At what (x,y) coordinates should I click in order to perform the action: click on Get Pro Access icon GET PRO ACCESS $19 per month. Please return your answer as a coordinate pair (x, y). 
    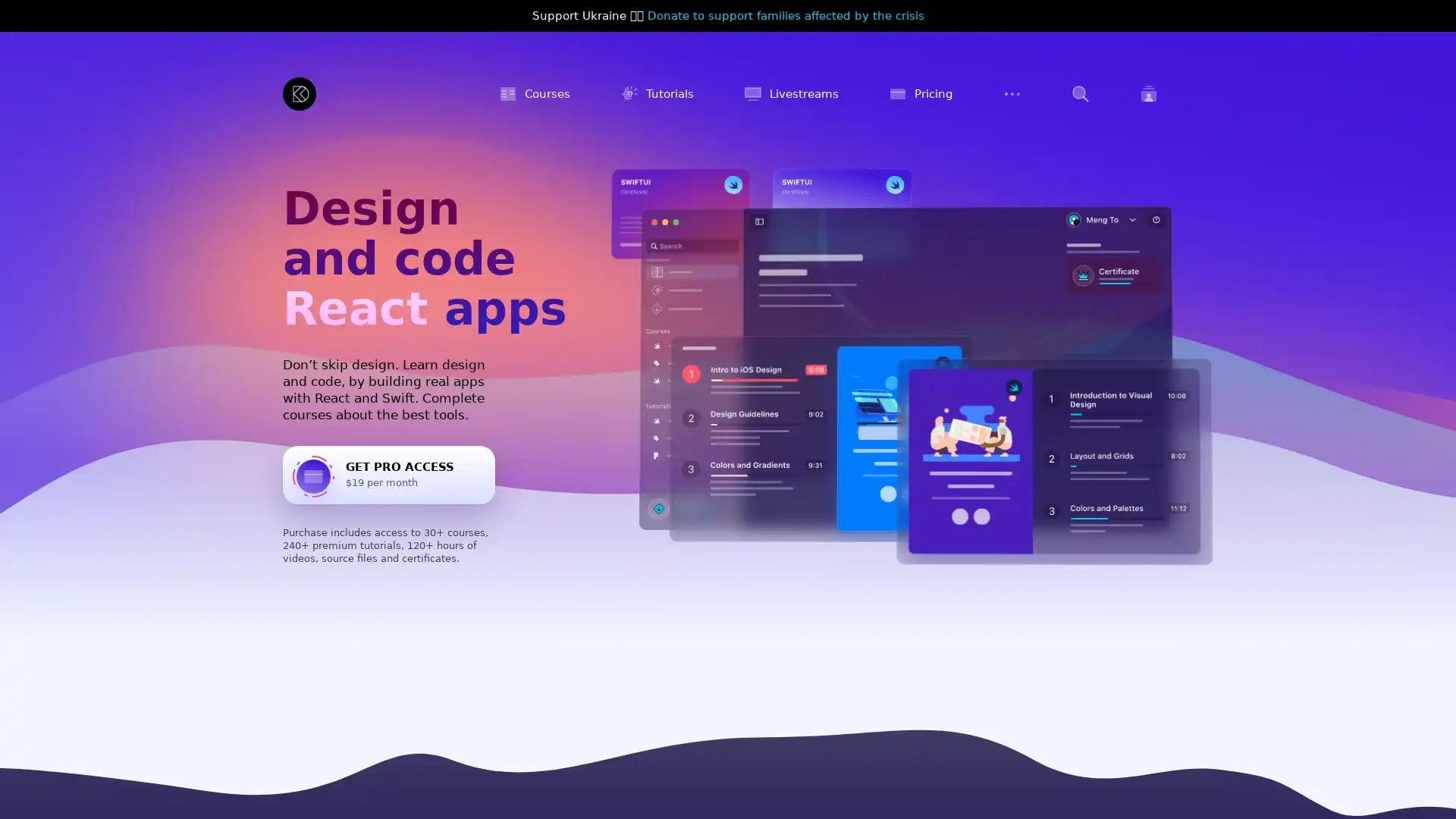
    Looking at the image, I should click on (389, 474).